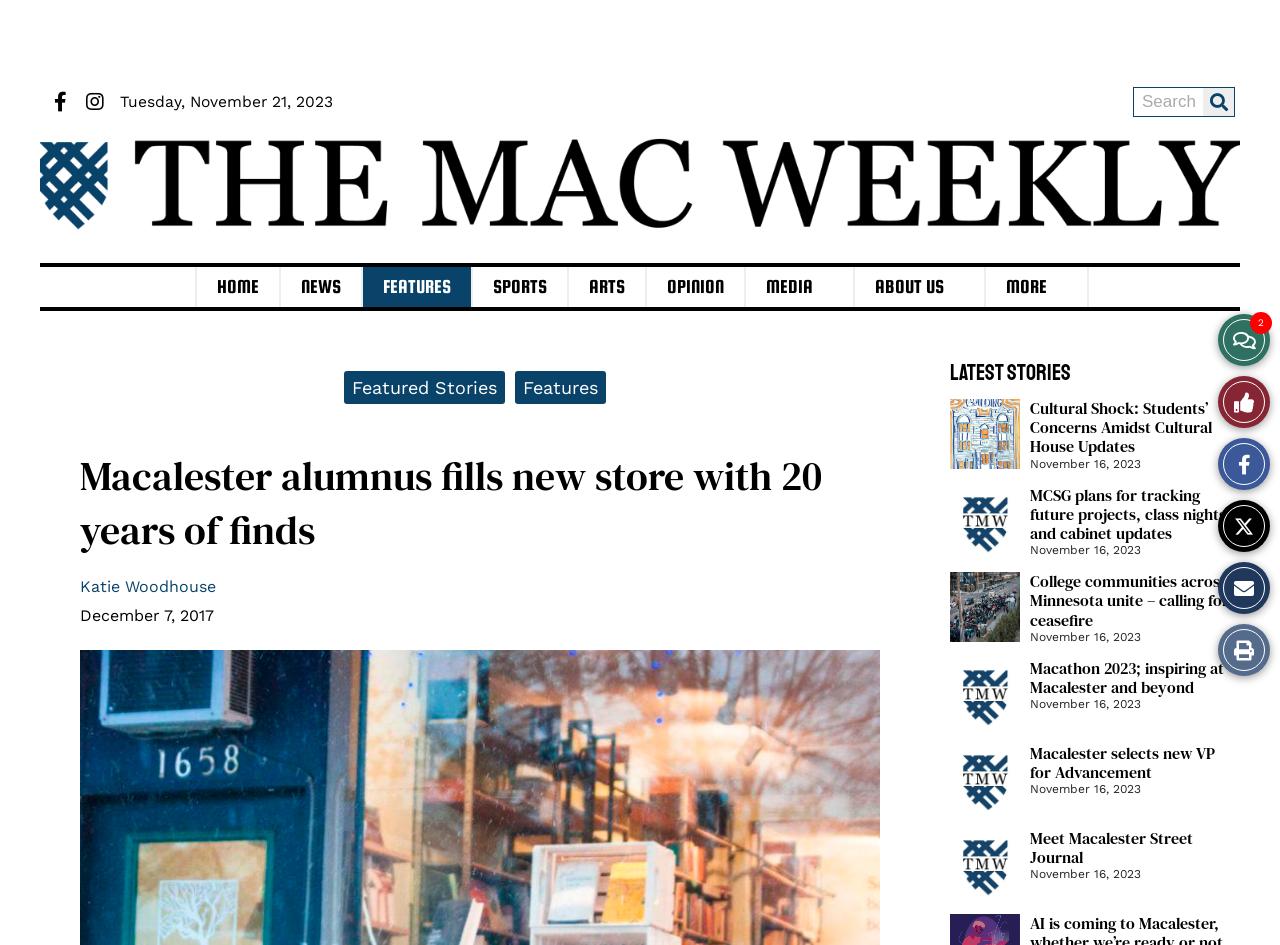  Describe the element at coordinates (560, 386) in the screenshot. I see `'Features'` at that location.